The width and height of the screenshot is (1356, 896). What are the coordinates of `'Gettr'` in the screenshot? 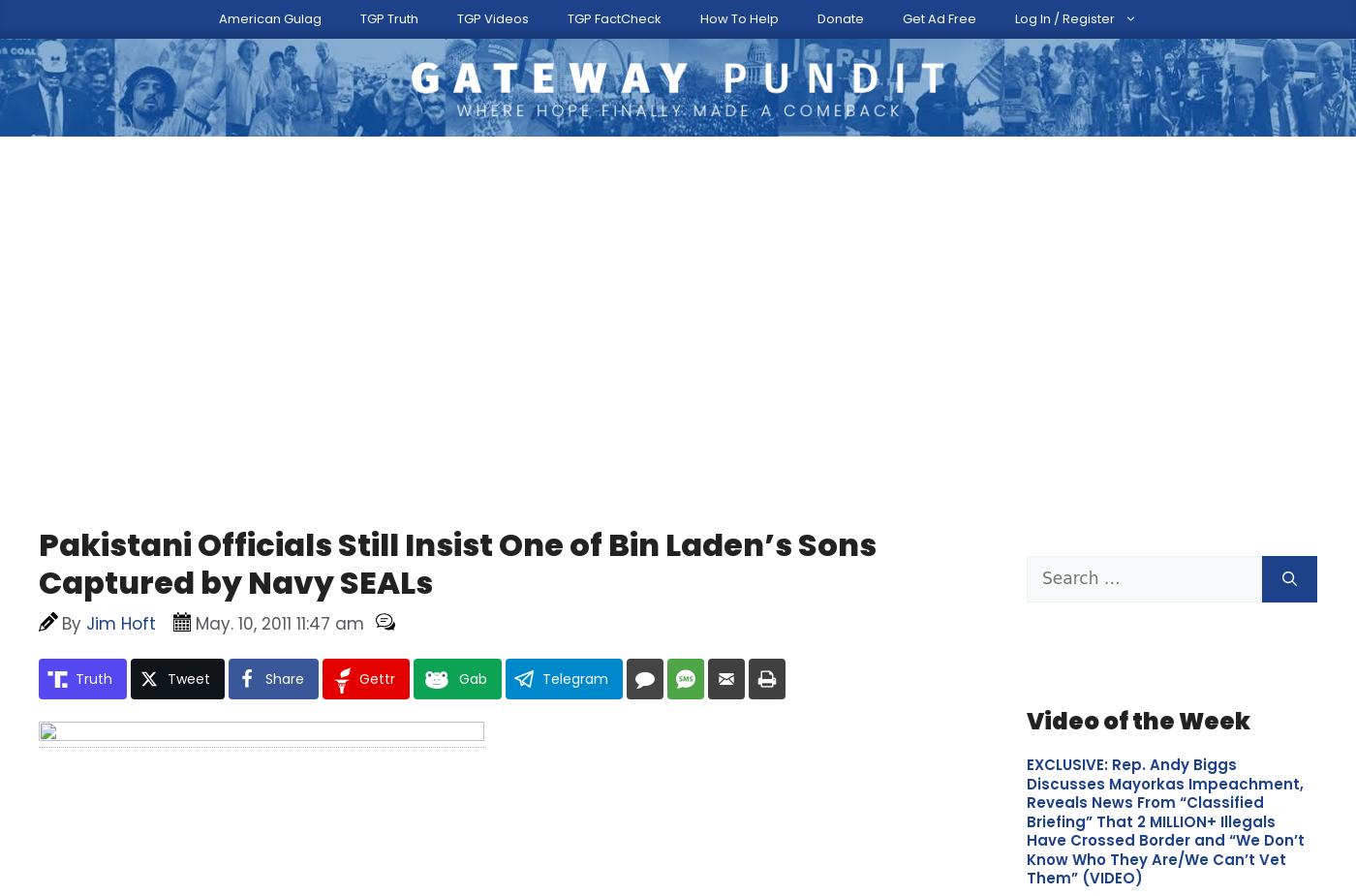 It's located at (377, 570).